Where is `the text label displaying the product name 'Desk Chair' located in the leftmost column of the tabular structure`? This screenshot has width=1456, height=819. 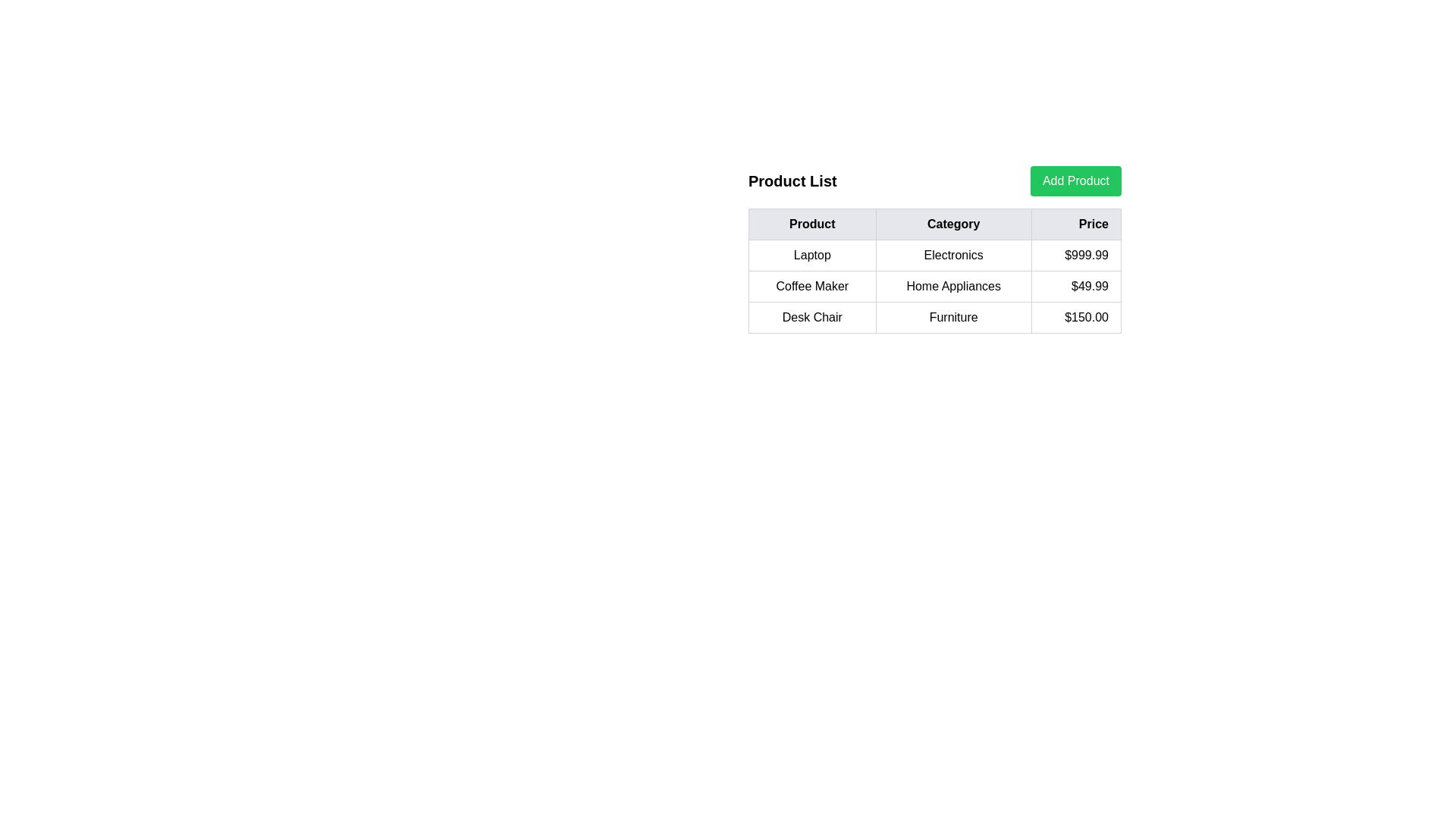
the text label displaying the product name 'Desk Chair' located in the leftmost column of the tabular structure is located at coordinates (811, 317).